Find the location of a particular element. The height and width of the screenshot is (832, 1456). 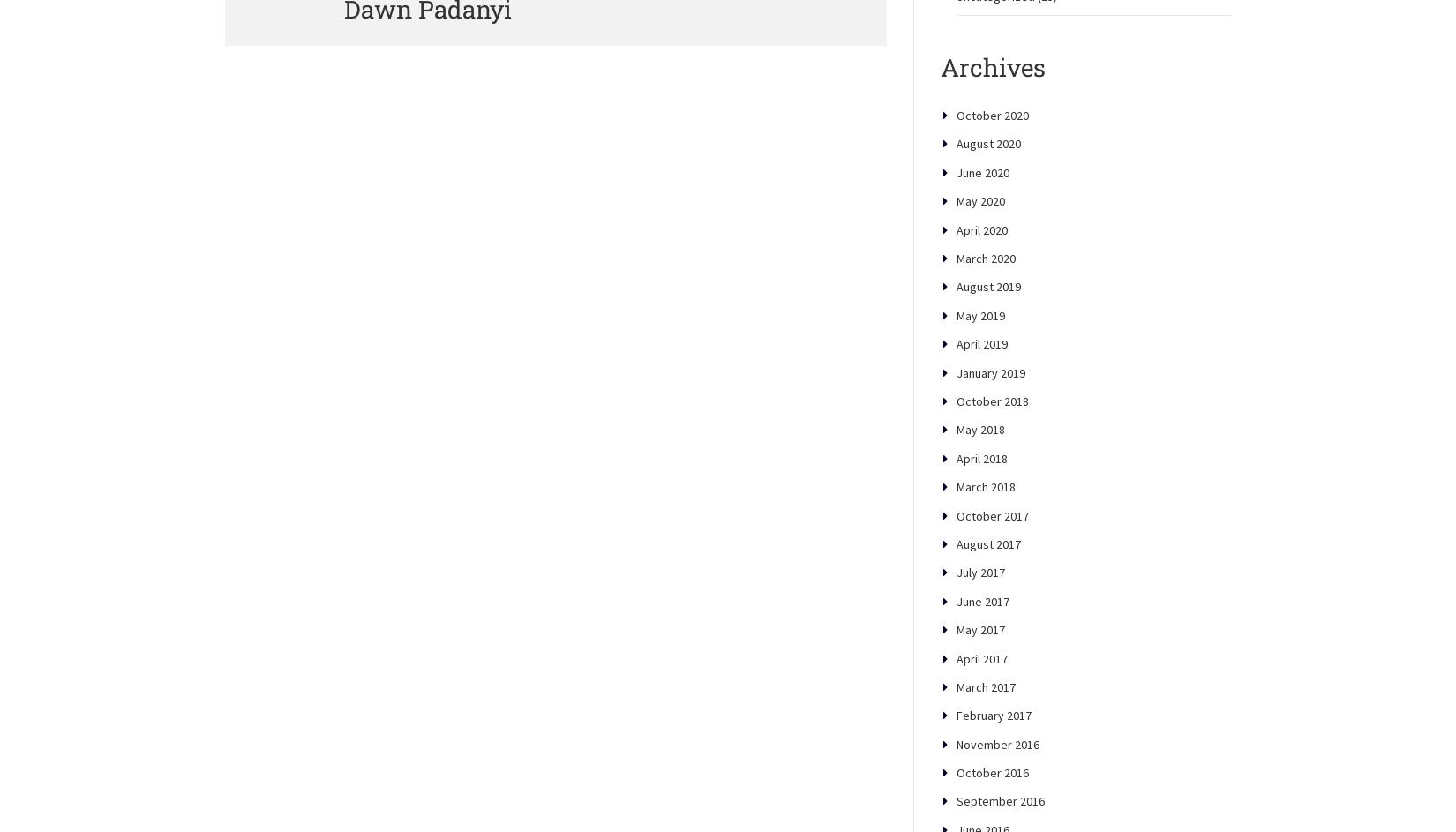

'April 2017' is located at coordinates (981, 718).